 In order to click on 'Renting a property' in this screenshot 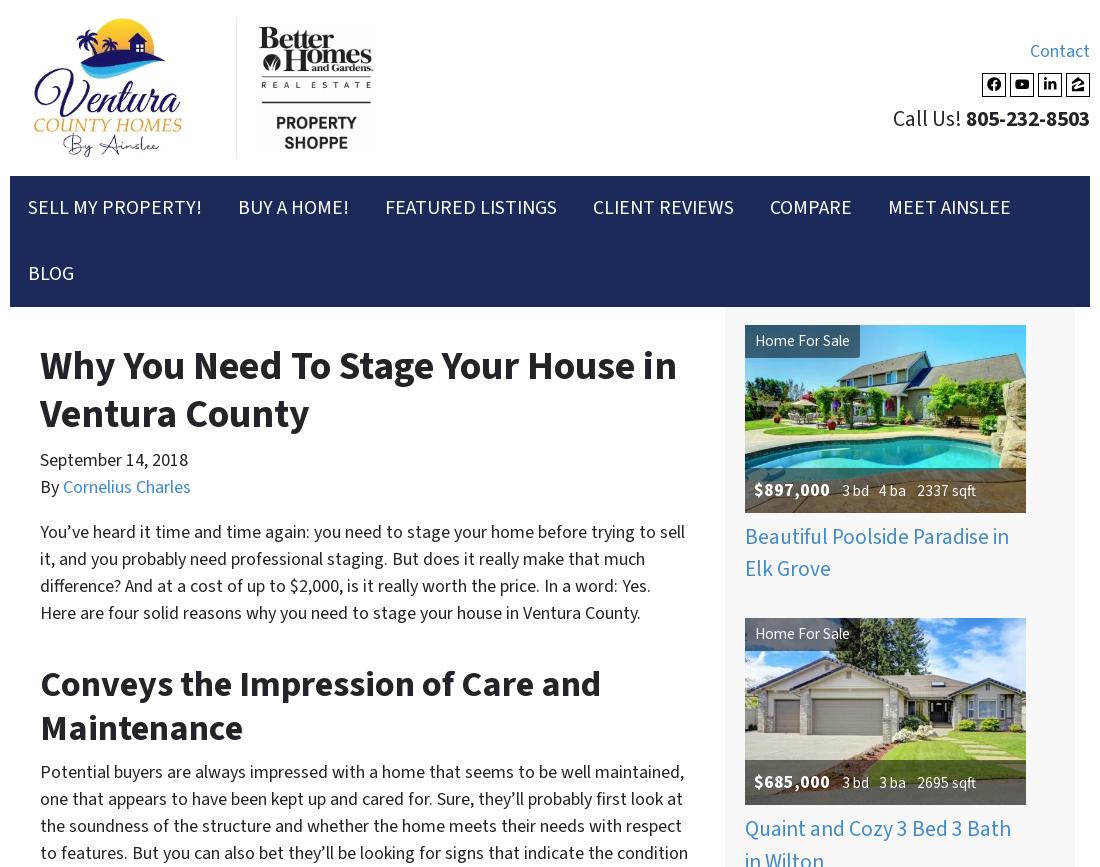, I will do `click(157, 131)`.